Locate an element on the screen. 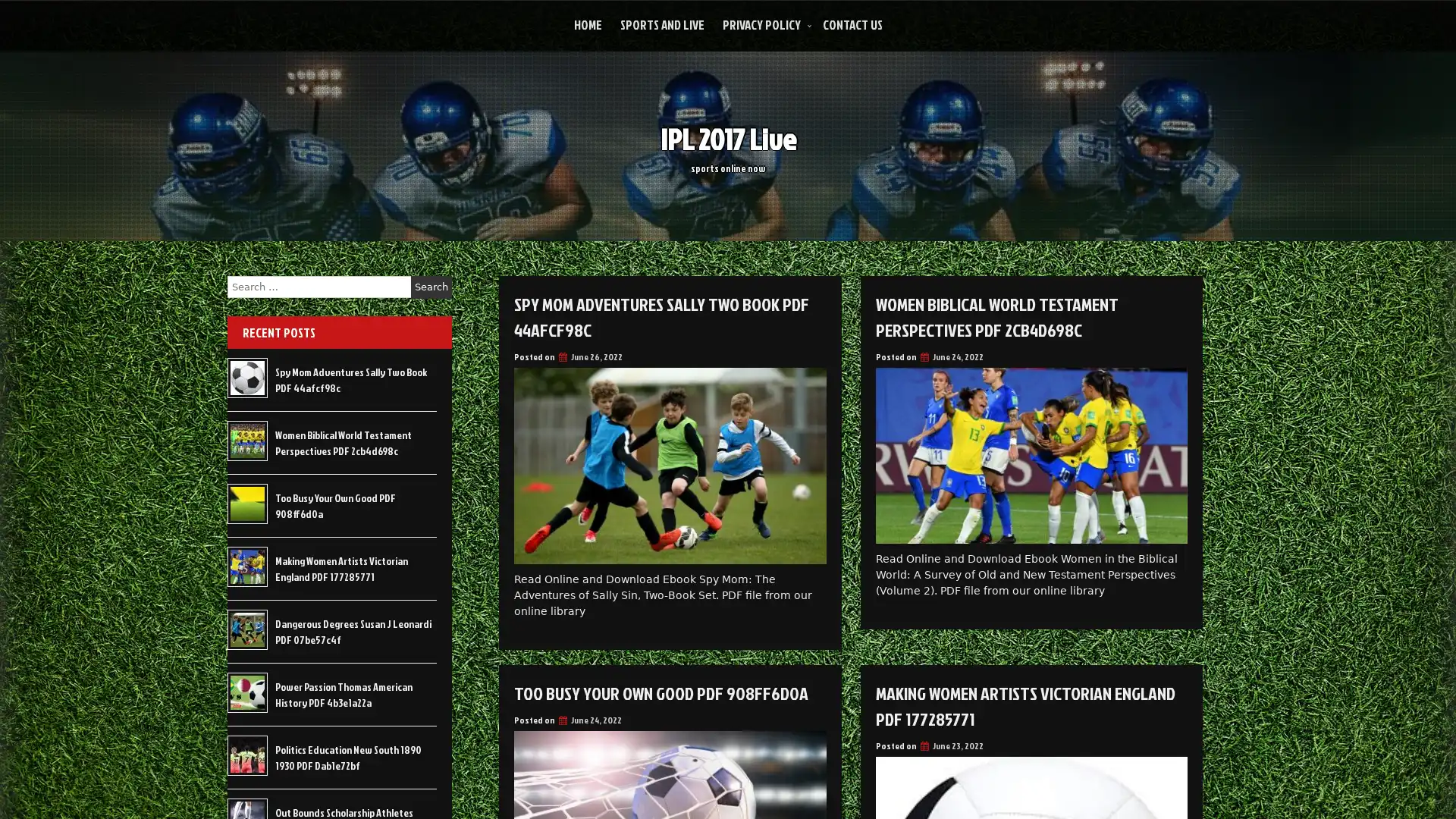  Search is located at coordinates (431, 287).